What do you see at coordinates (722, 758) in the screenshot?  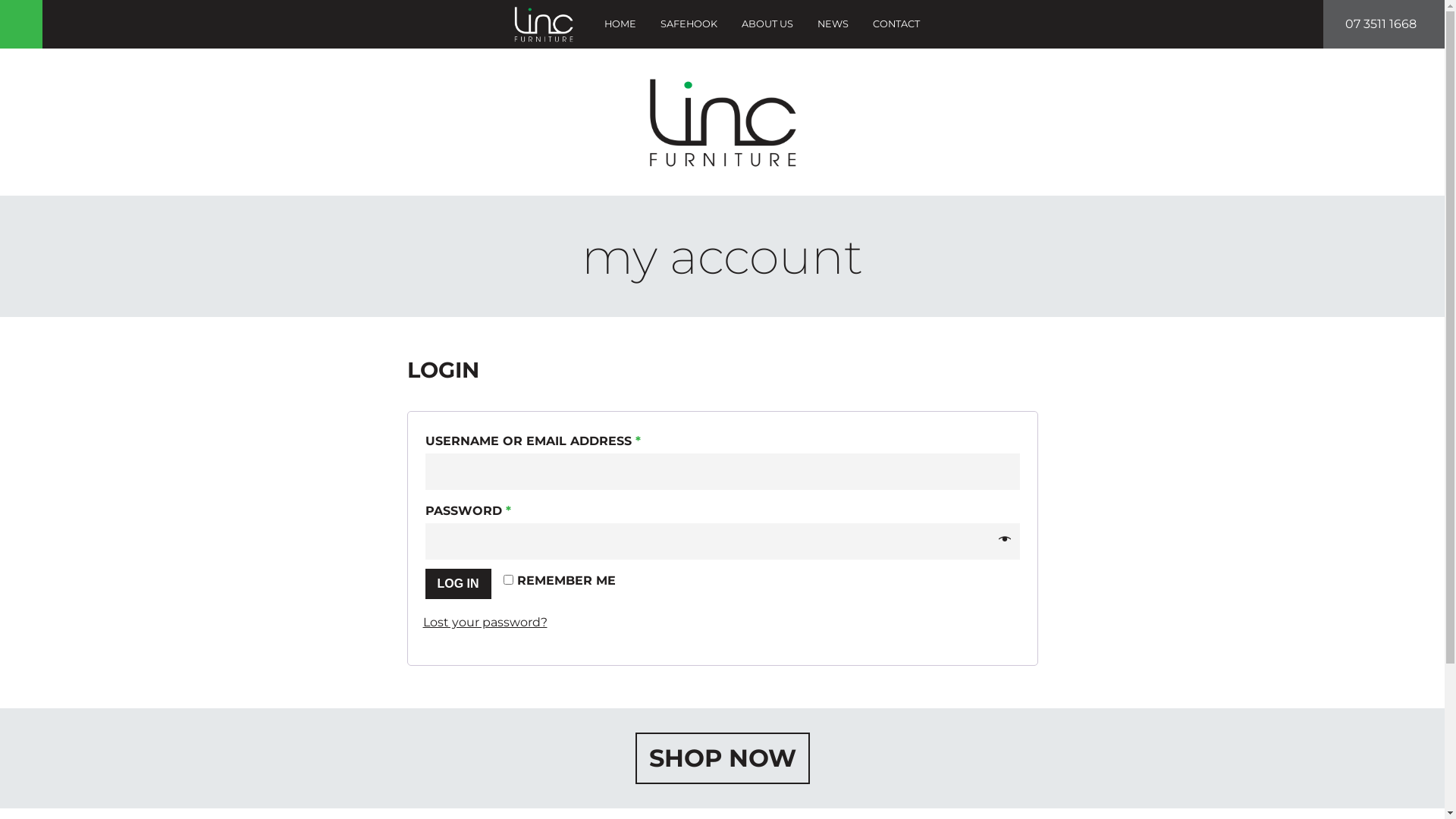 I see `'SHOP NOW'` at bounding box center [722, 758].